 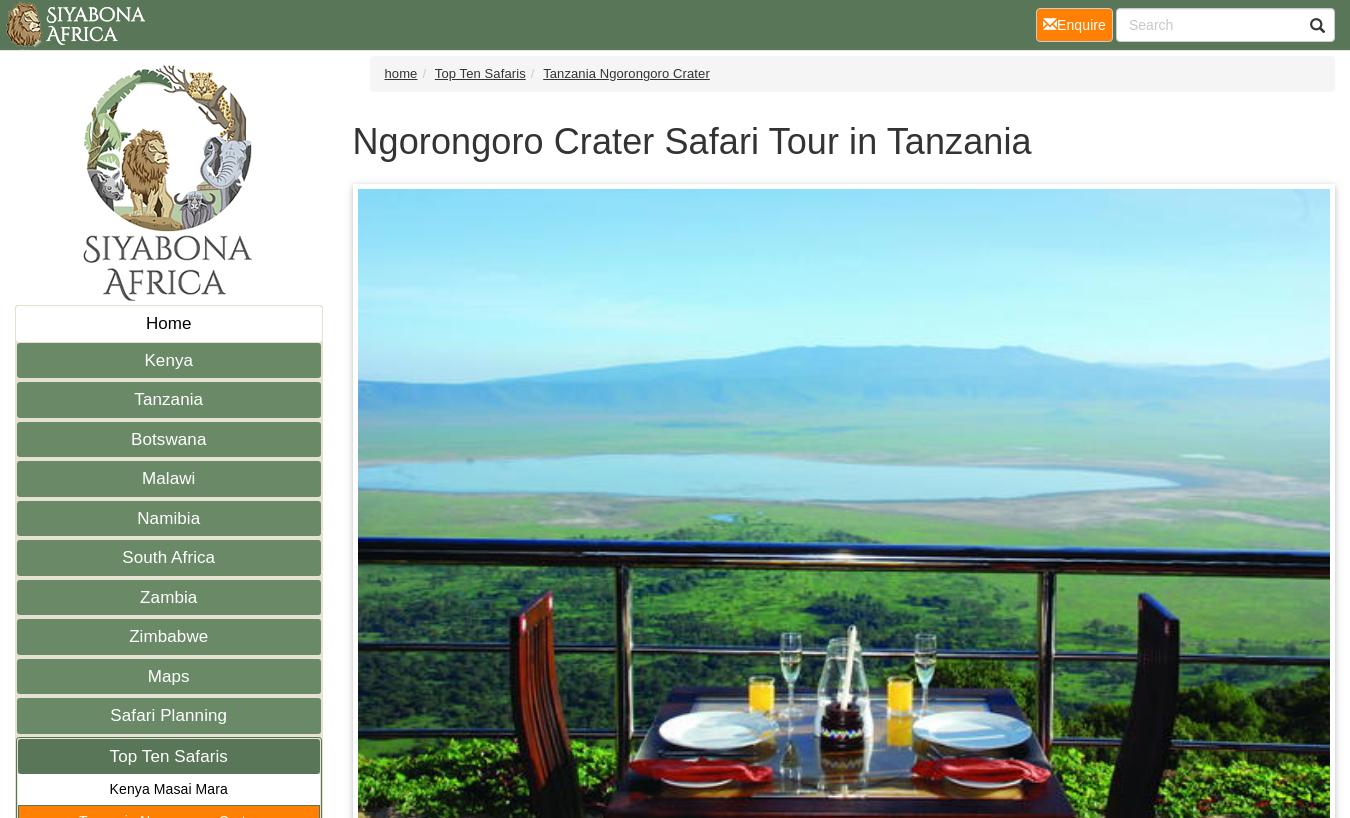 What do you see at coordinates (168, 595) in the screenshot?
I see `'Zambia'` at bounding box center [168, 595].